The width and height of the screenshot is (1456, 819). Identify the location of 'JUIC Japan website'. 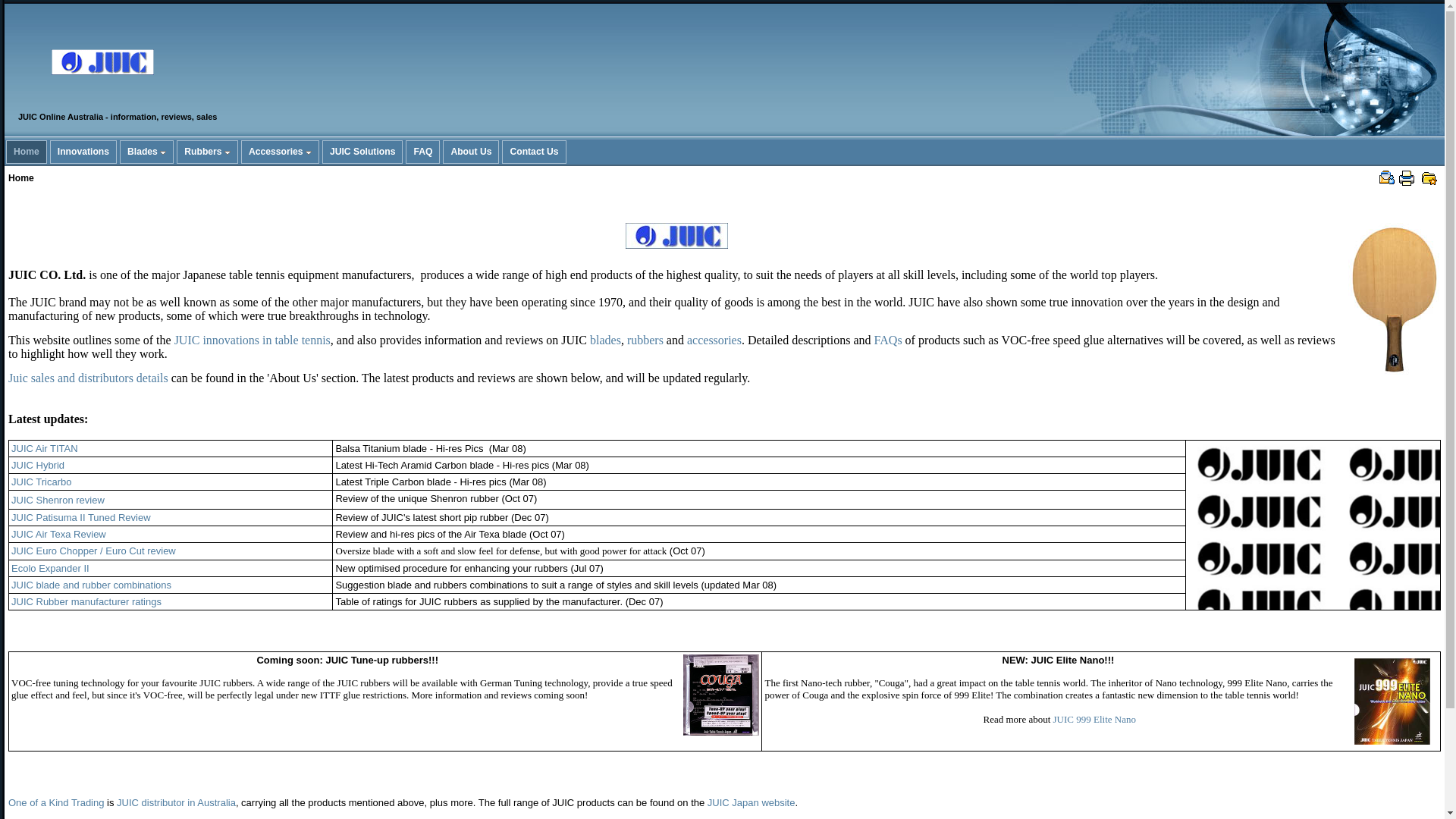
(751, 802).